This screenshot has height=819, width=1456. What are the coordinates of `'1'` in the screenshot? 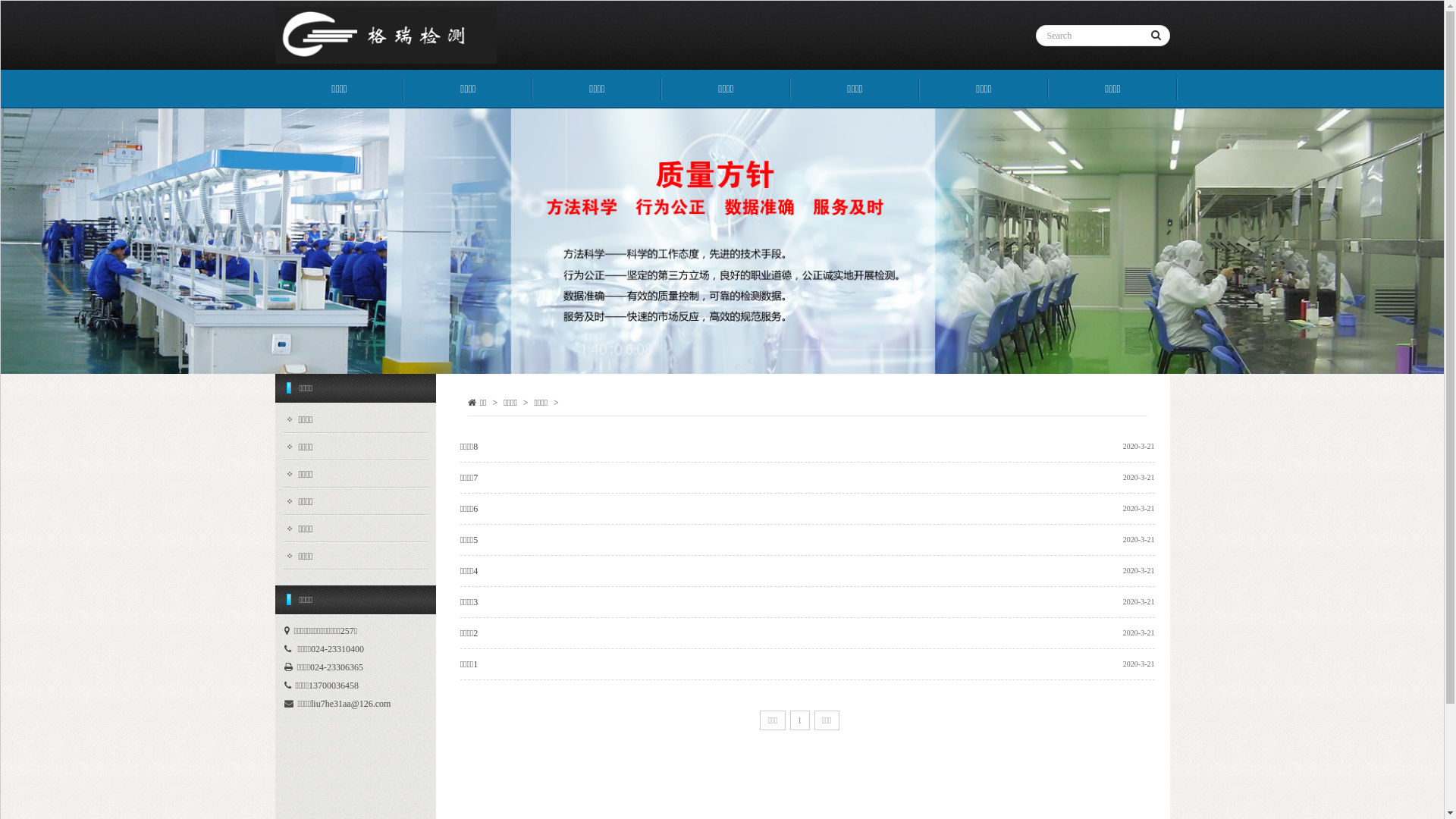 It's located at (799, 719).